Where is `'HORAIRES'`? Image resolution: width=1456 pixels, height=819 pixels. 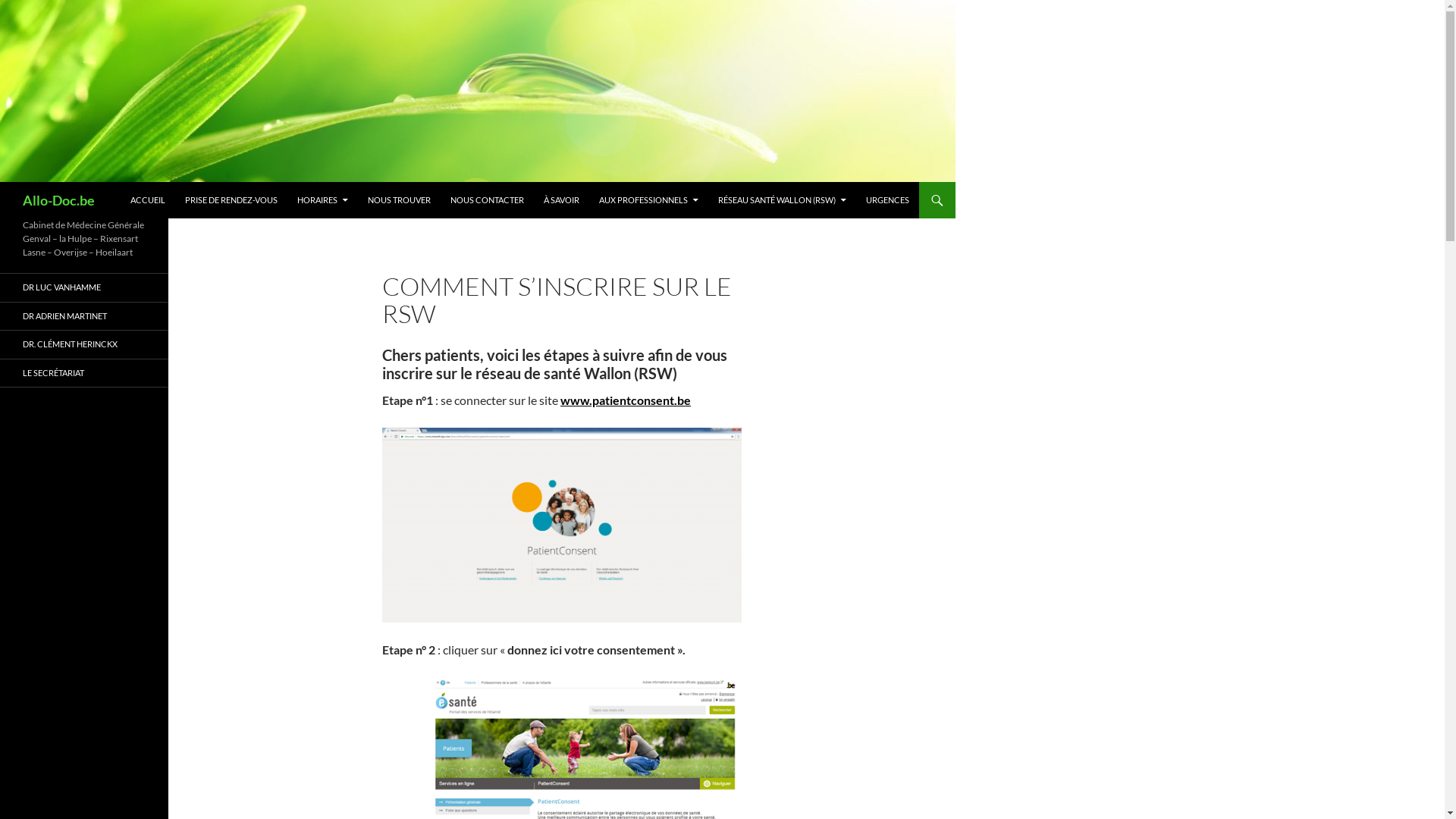
'HORAIRES' is located at coordinates (322, 199).